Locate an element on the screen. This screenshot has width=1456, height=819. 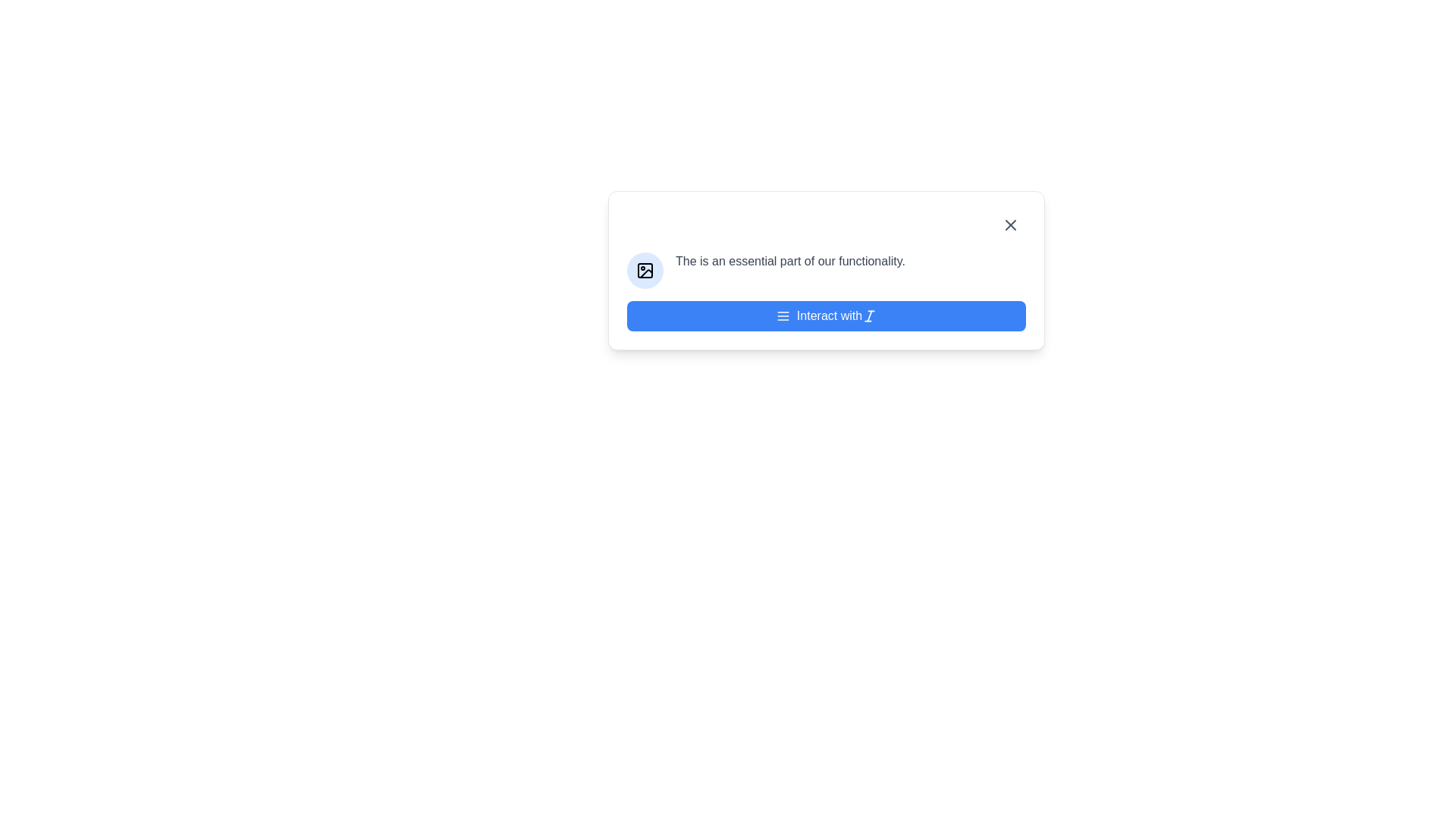
the Menu icon located on the left edge of the blue button labeled 'Interact with' is located at coordinates (783, 315).